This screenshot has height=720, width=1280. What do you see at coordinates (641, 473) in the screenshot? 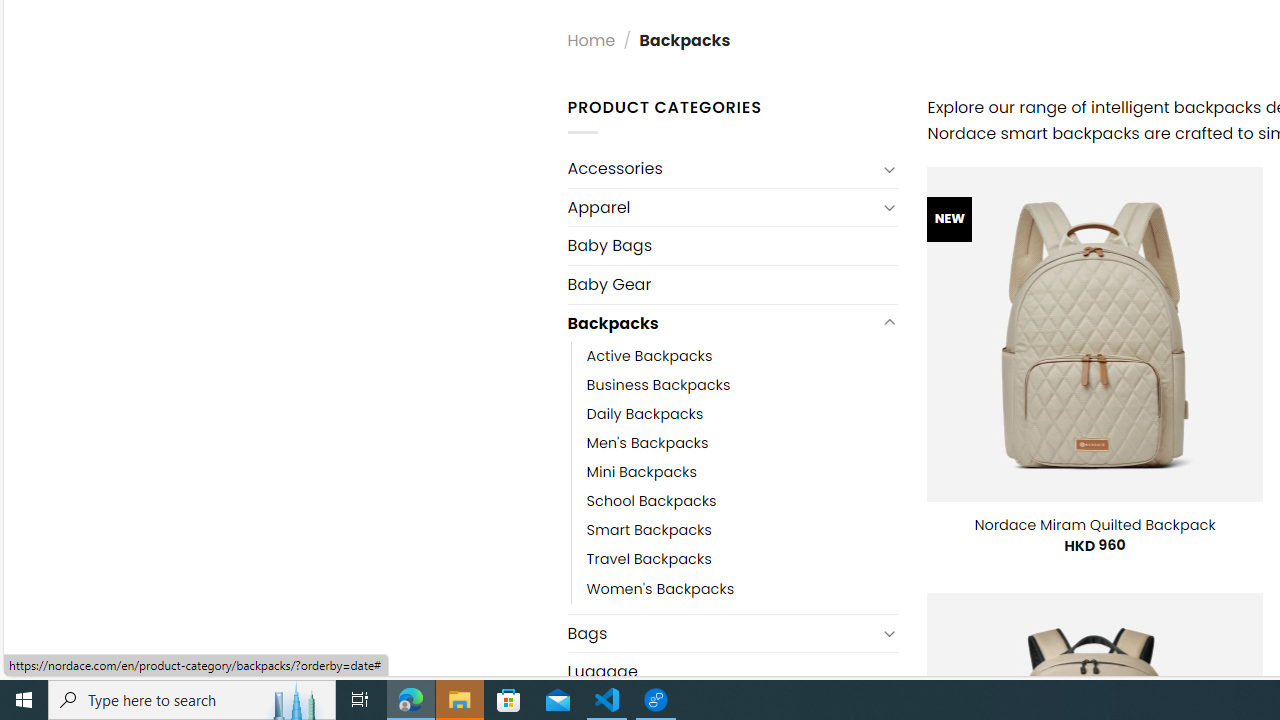
I see `'Mini Backpacks'` at bounding box center [641, 473].